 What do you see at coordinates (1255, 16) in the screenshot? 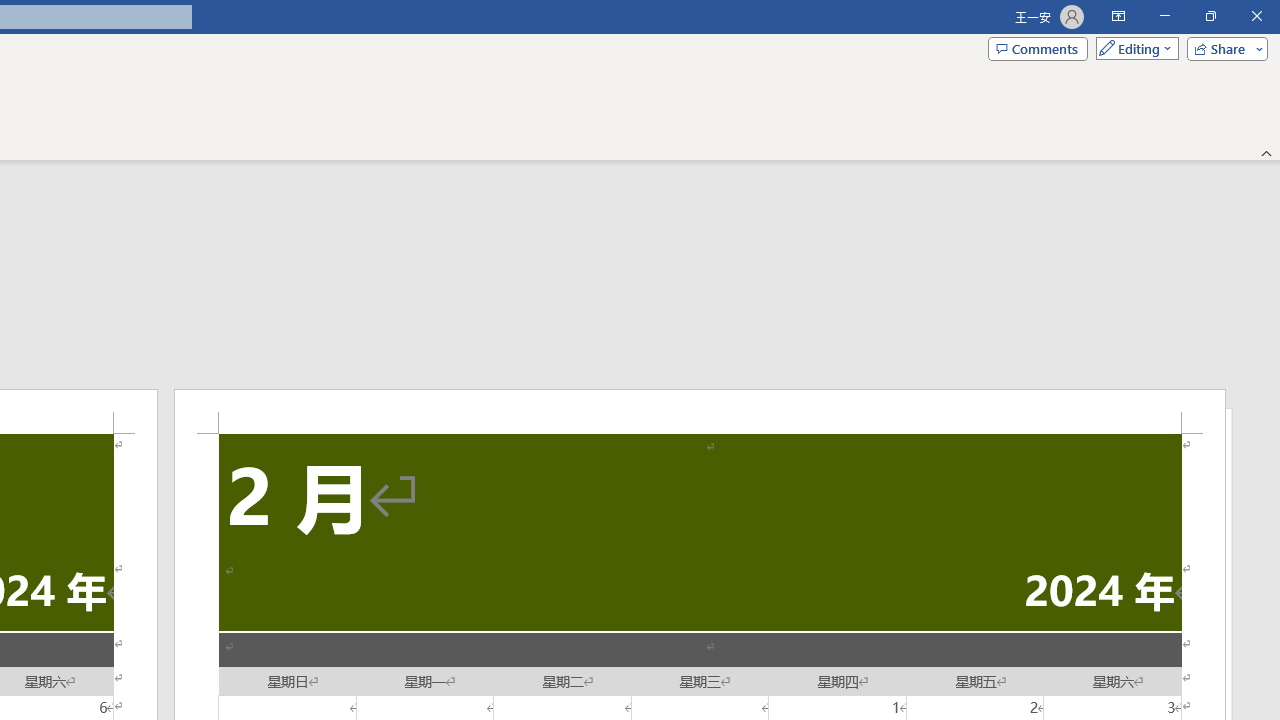
I see `'Close'` at bounding box center [1255, 16].